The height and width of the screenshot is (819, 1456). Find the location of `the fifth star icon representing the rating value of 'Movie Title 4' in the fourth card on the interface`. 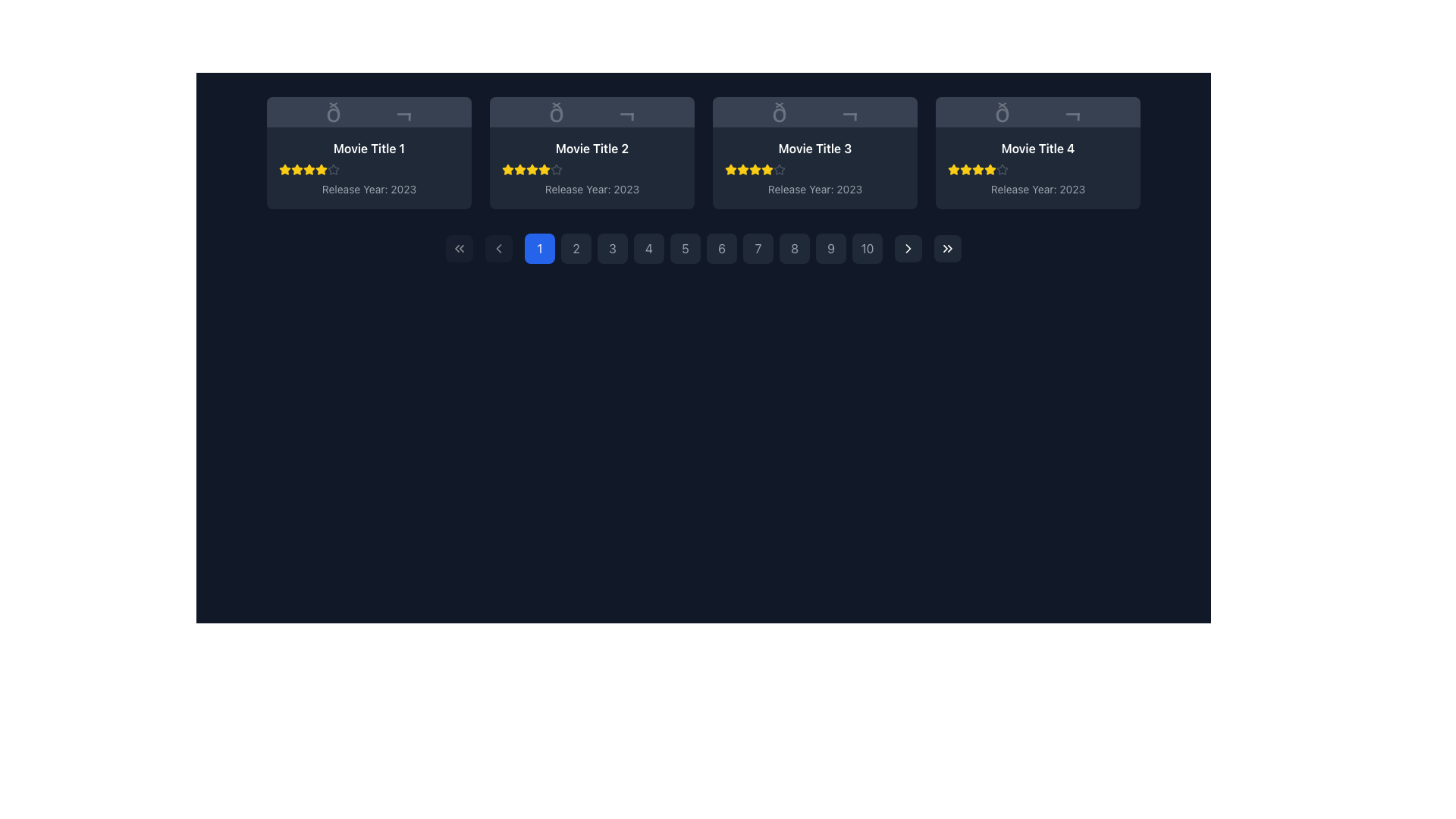

the fifth star icon representing the rating value of 'Movie Title 4' in the fourth card on the interface is located at coordinates (990, 169).